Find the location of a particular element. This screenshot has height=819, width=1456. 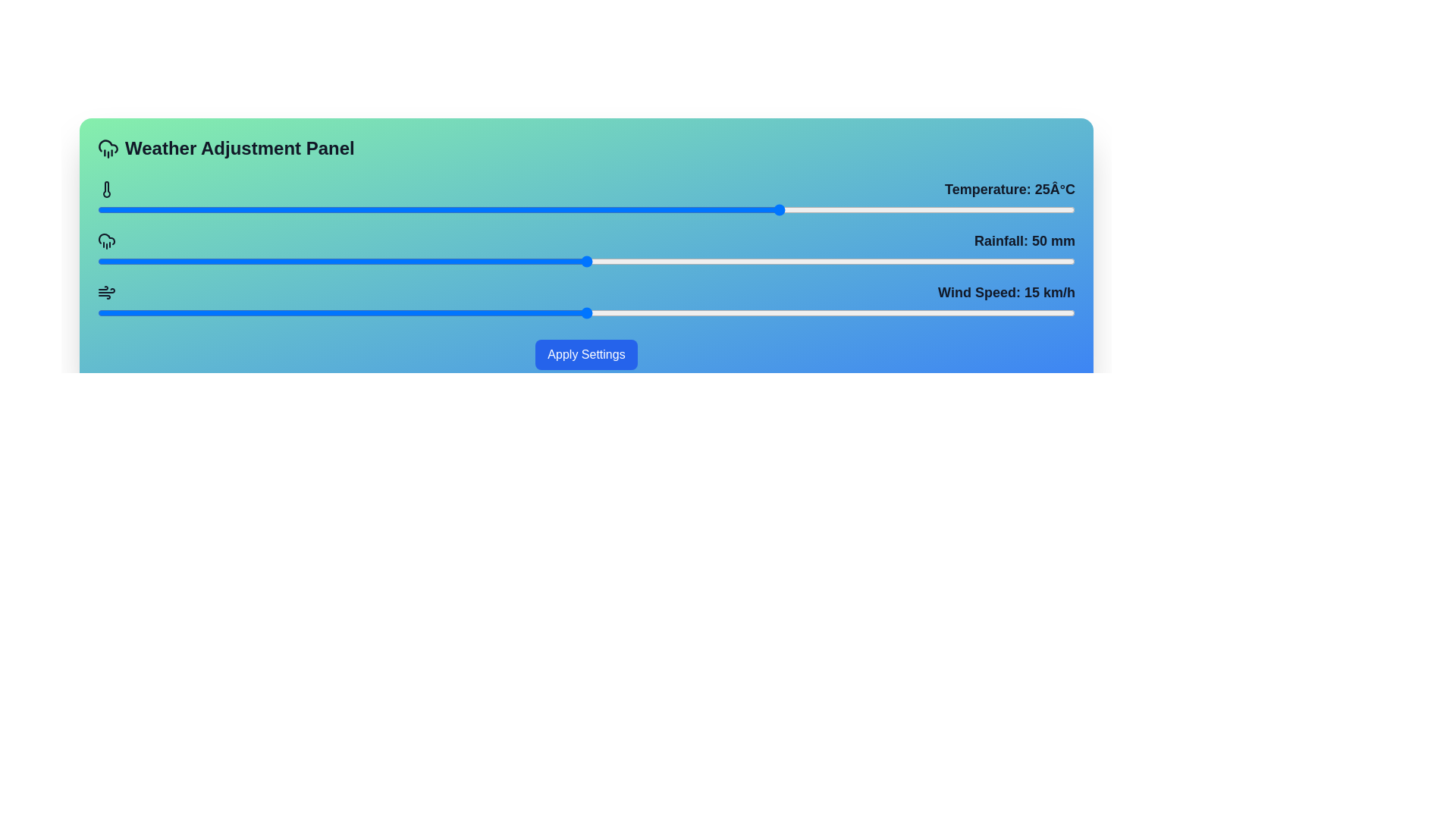

the temperature slider is located at coordinates (429, 210).